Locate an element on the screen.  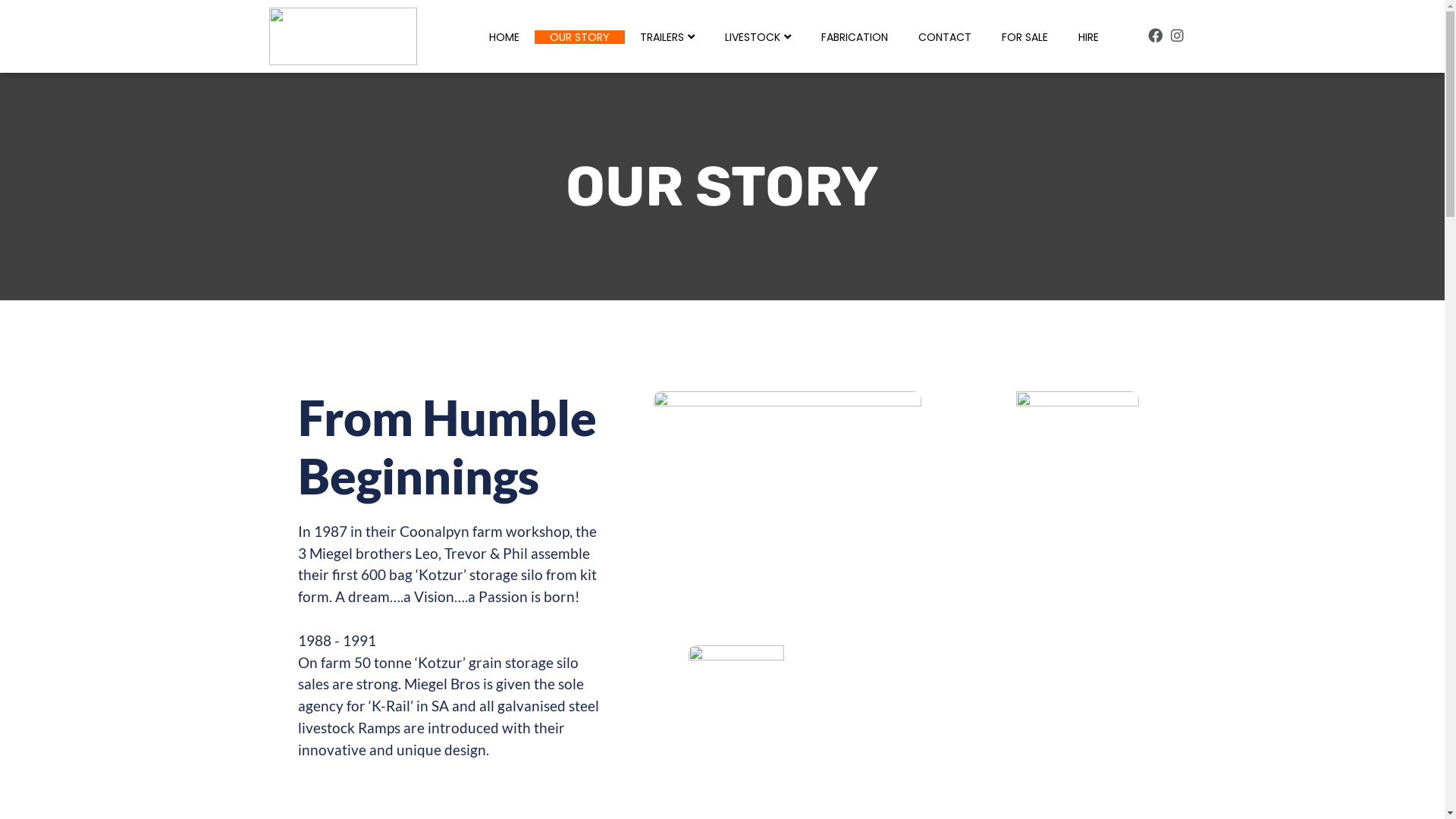
'HIRE' is located at coordinates (1087, 36).